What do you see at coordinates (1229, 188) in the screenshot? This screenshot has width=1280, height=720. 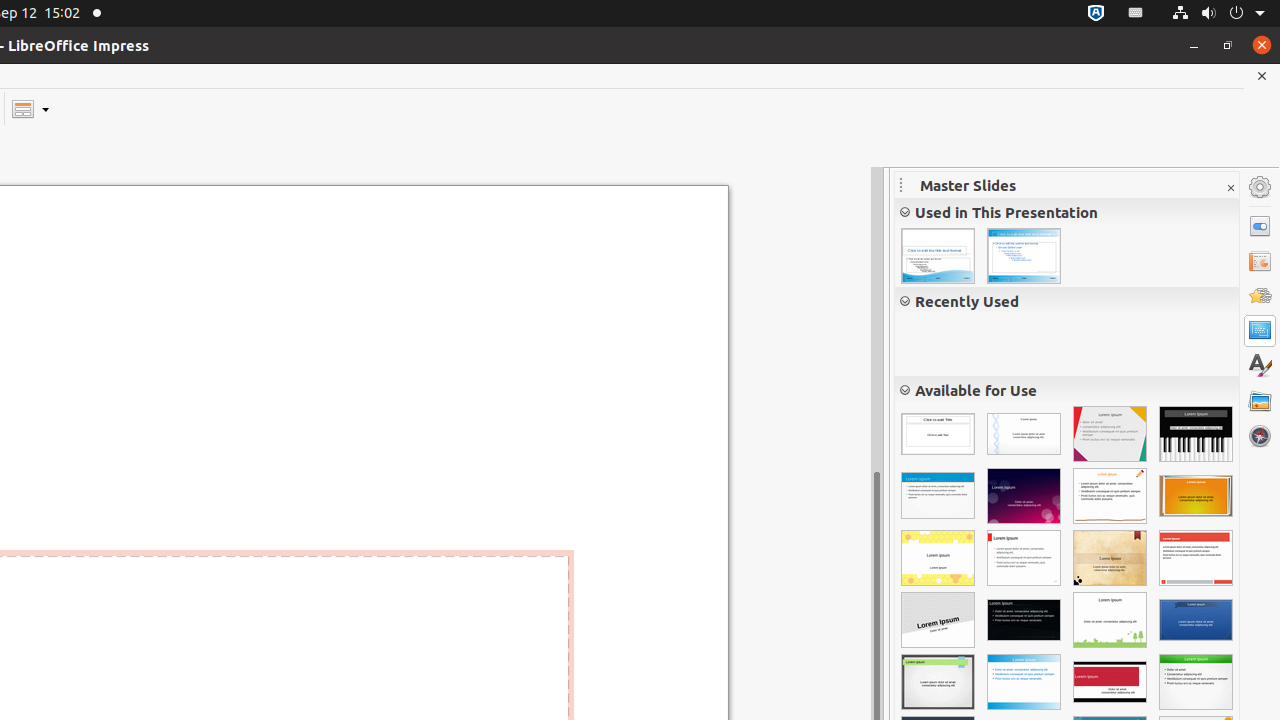 I see `'Close Sidebar Deck'` at bounding box center [1229, 188].